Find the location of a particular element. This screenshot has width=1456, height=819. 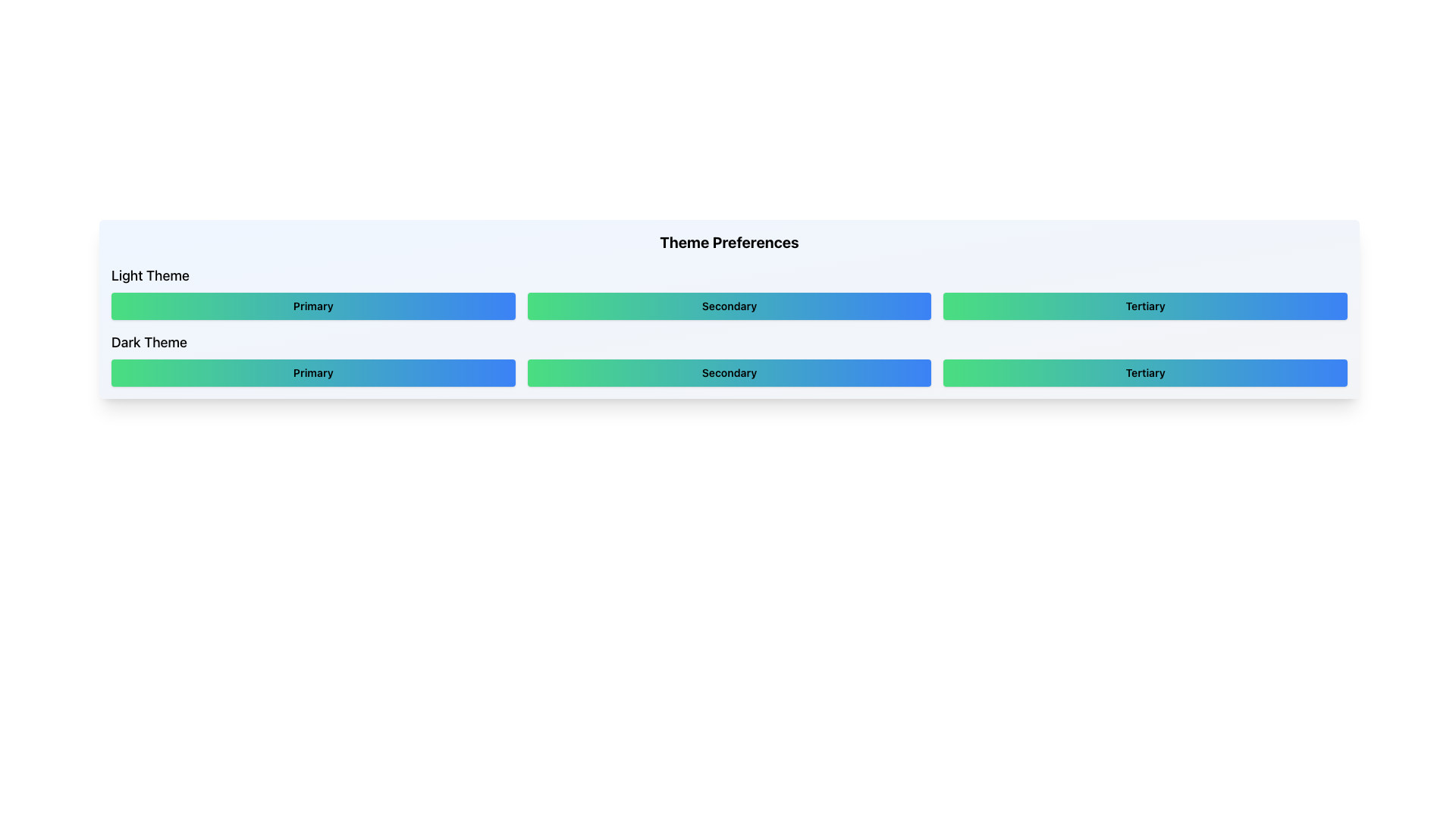

the 'Secondary' button, which is a green to blue gradient button with rounded edges and bold black text, positioned between 'Primary' and 'Tertiary' buttons is located at coordinates (729, 306).